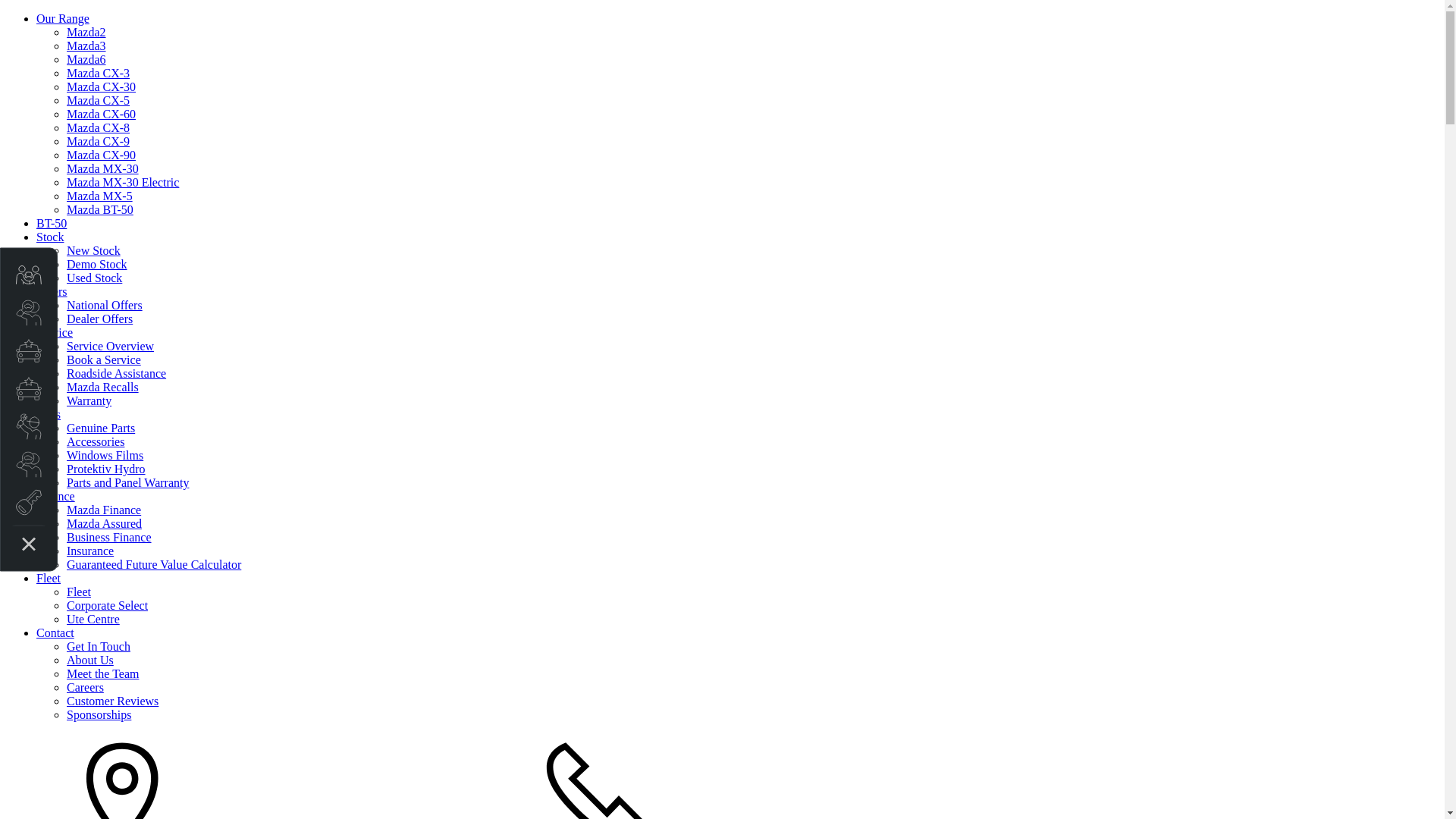 This screenshot has width=1456, height=819. I want to click on 'About Us', so click(89, 659).